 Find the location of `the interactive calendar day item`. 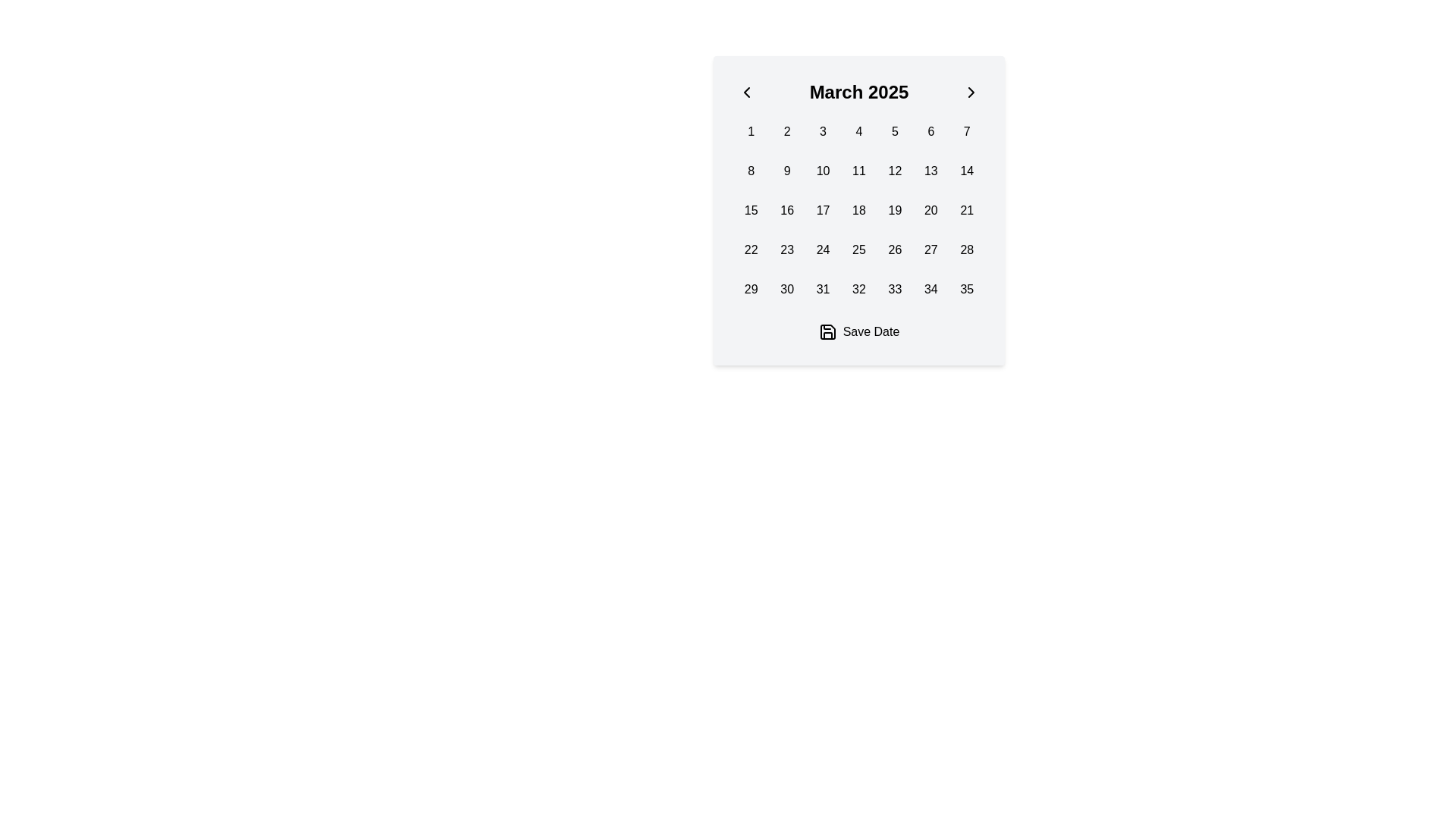

the interactive calendar day item is located at coordinates (858, 210).